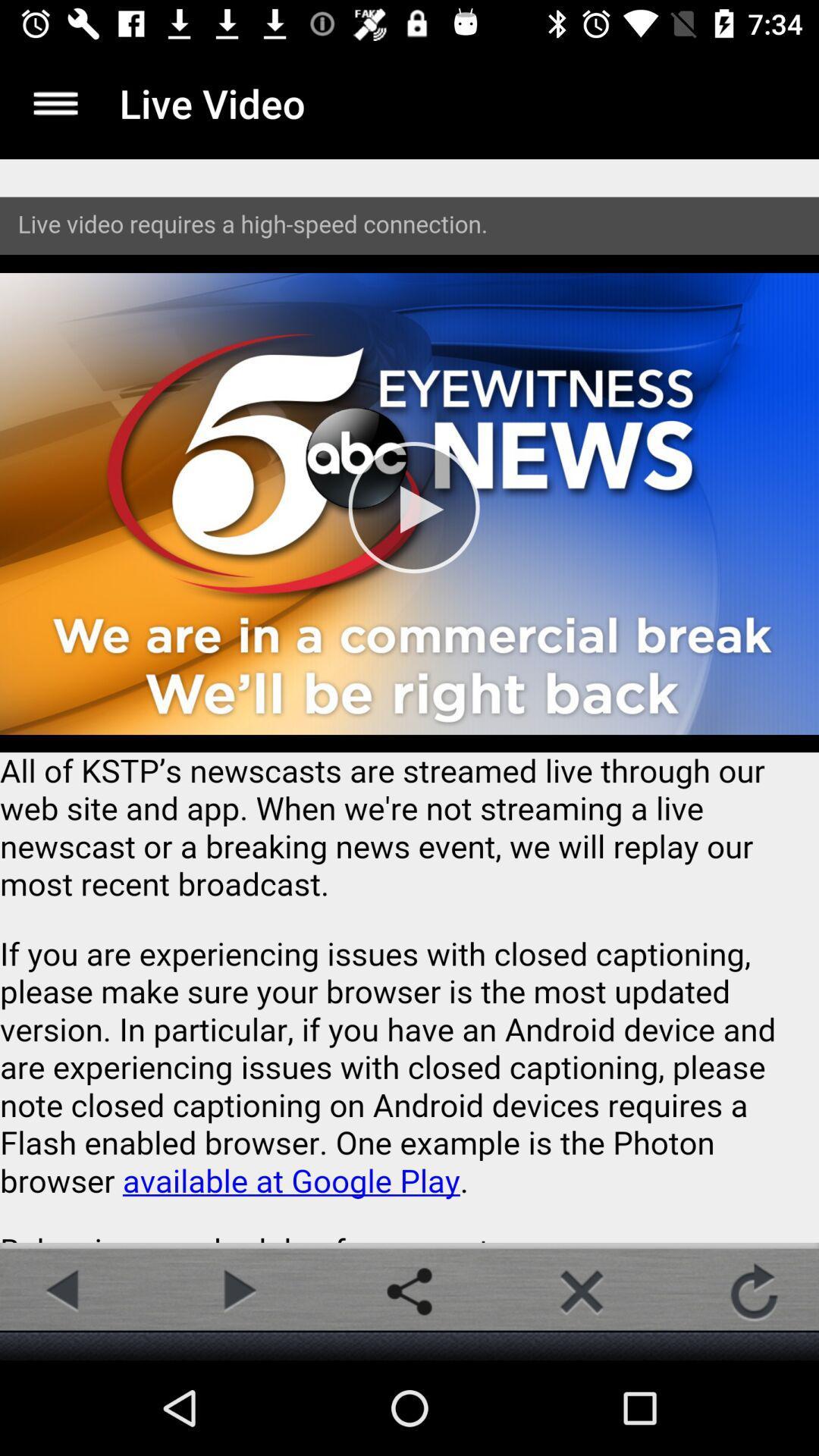 This screenshot has height=1456, width=819. Describe the element at coordinates (55, 102) in the screenshot. I see `the menu icon` at that location.